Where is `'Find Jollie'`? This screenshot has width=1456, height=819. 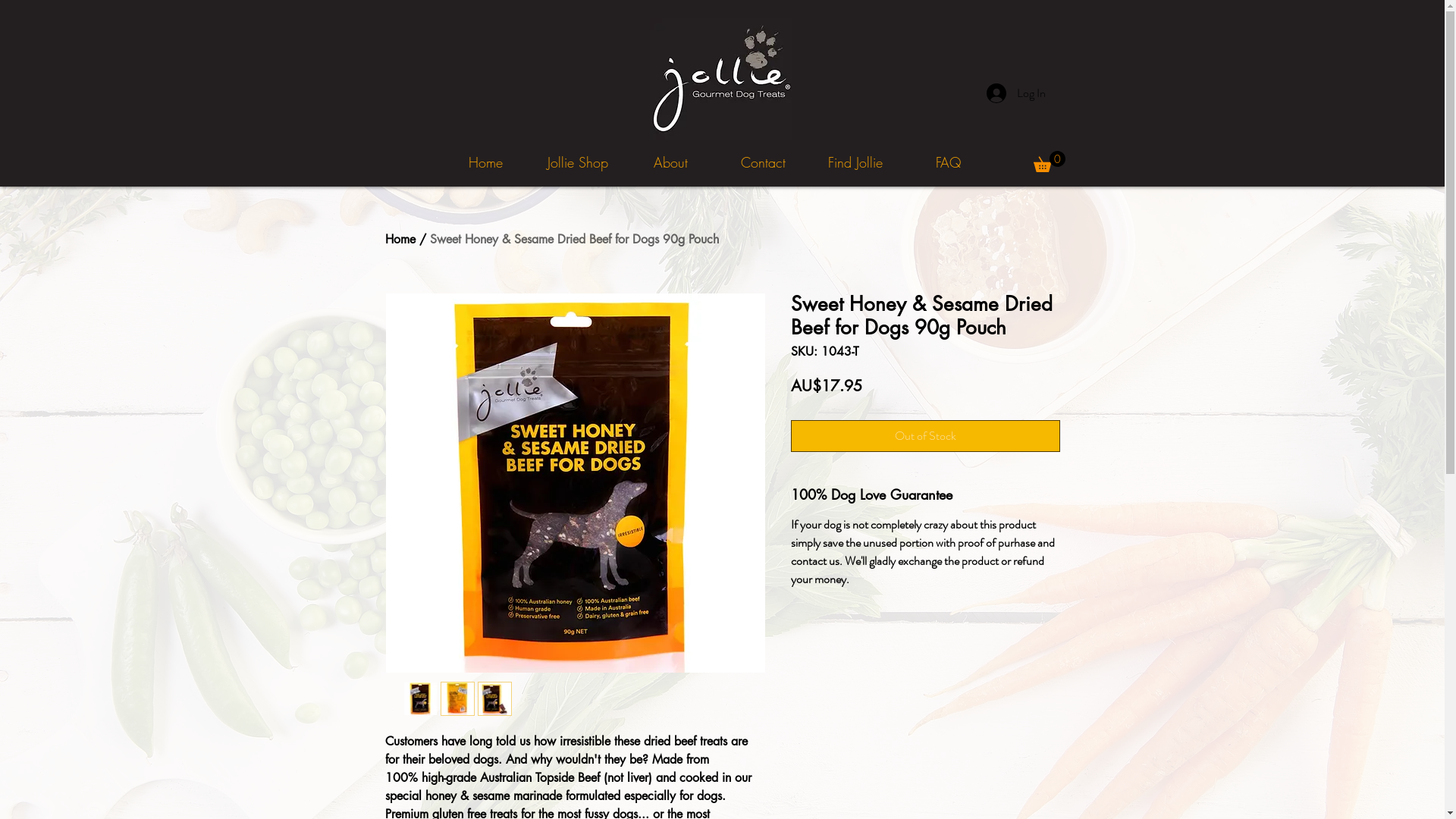
'Find Jollie' is located at coordinates (855, 162).